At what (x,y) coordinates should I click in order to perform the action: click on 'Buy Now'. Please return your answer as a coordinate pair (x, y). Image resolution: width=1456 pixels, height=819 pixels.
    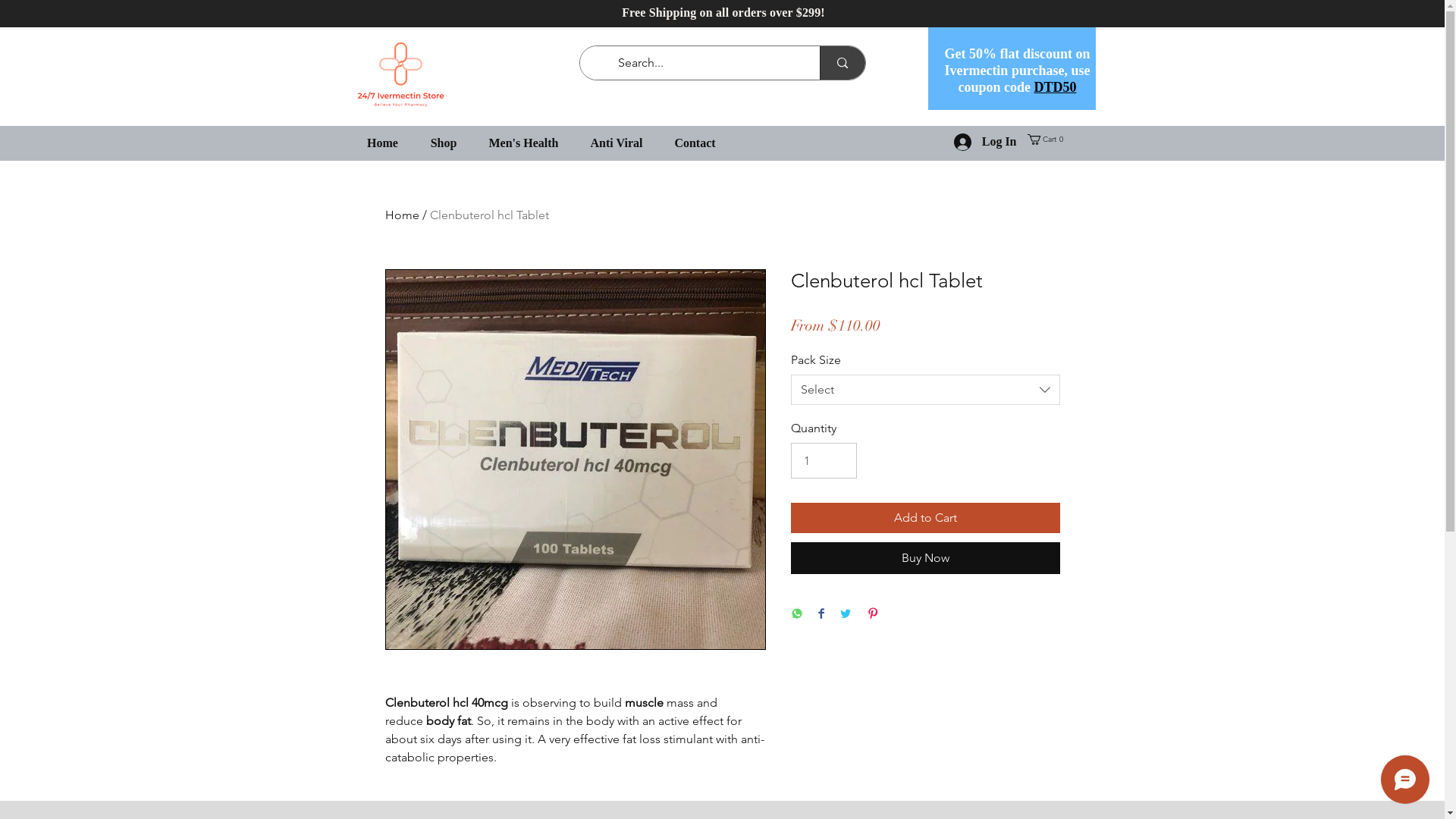
    Looking at the image, I should click on (924, 558).